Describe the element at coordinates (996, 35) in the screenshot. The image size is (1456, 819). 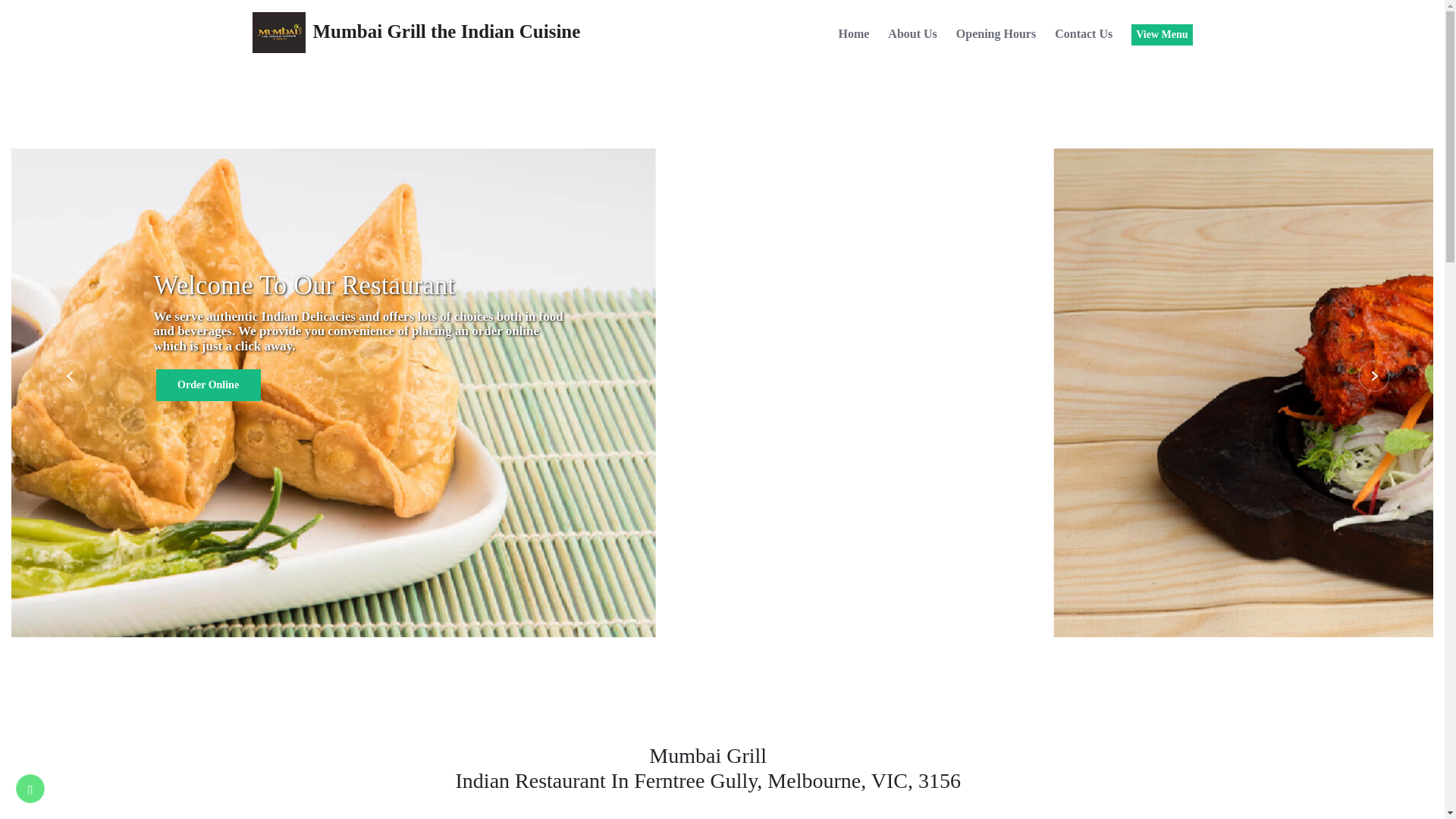
I see `'Opening Hours'` at that location.